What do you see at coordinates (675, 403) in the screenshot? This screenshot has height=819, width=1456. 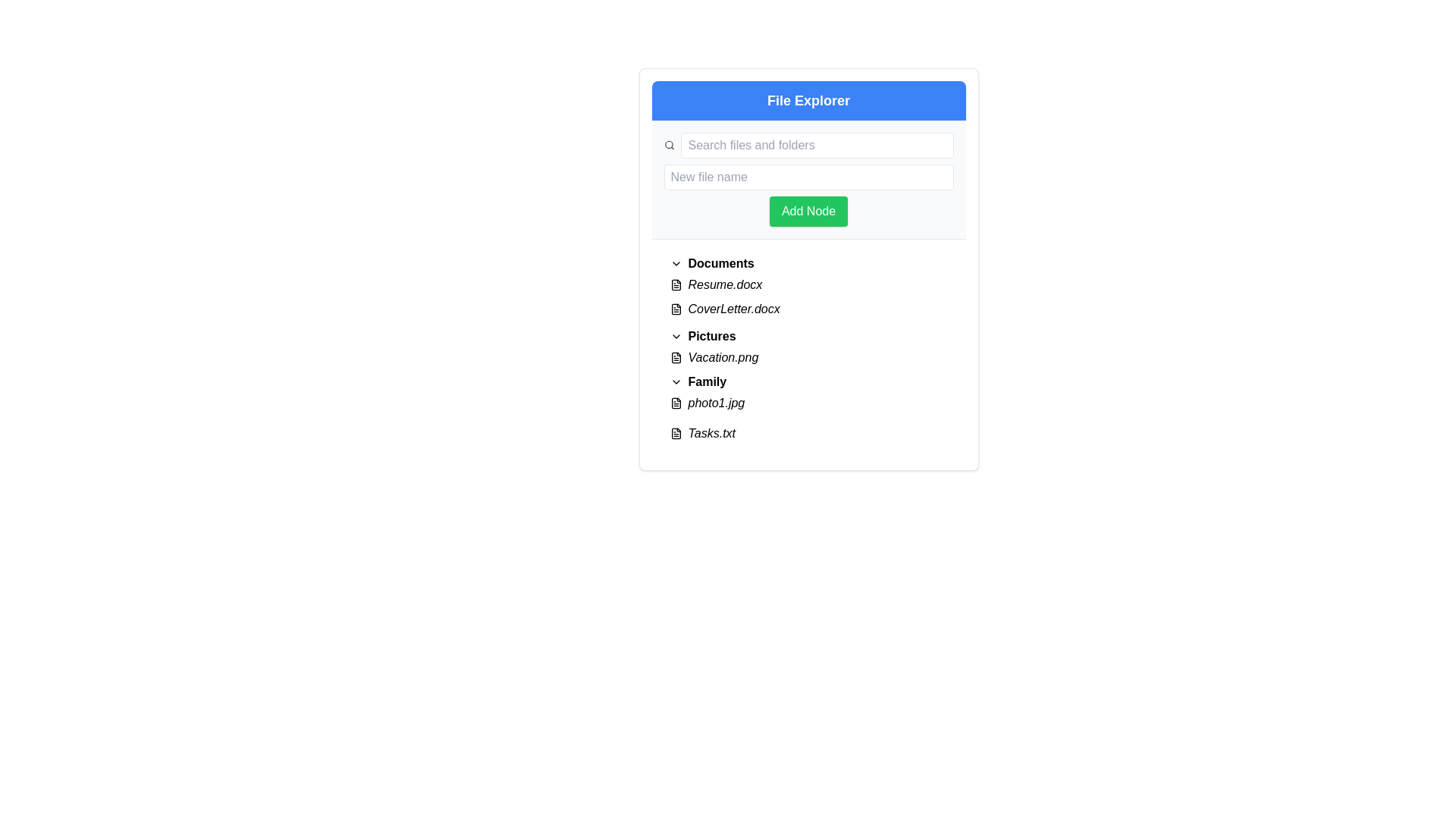 I see `the text file icon located to the left of the filename 'photo1.jpg' in the file explorer` at bounding box center [675, 403].